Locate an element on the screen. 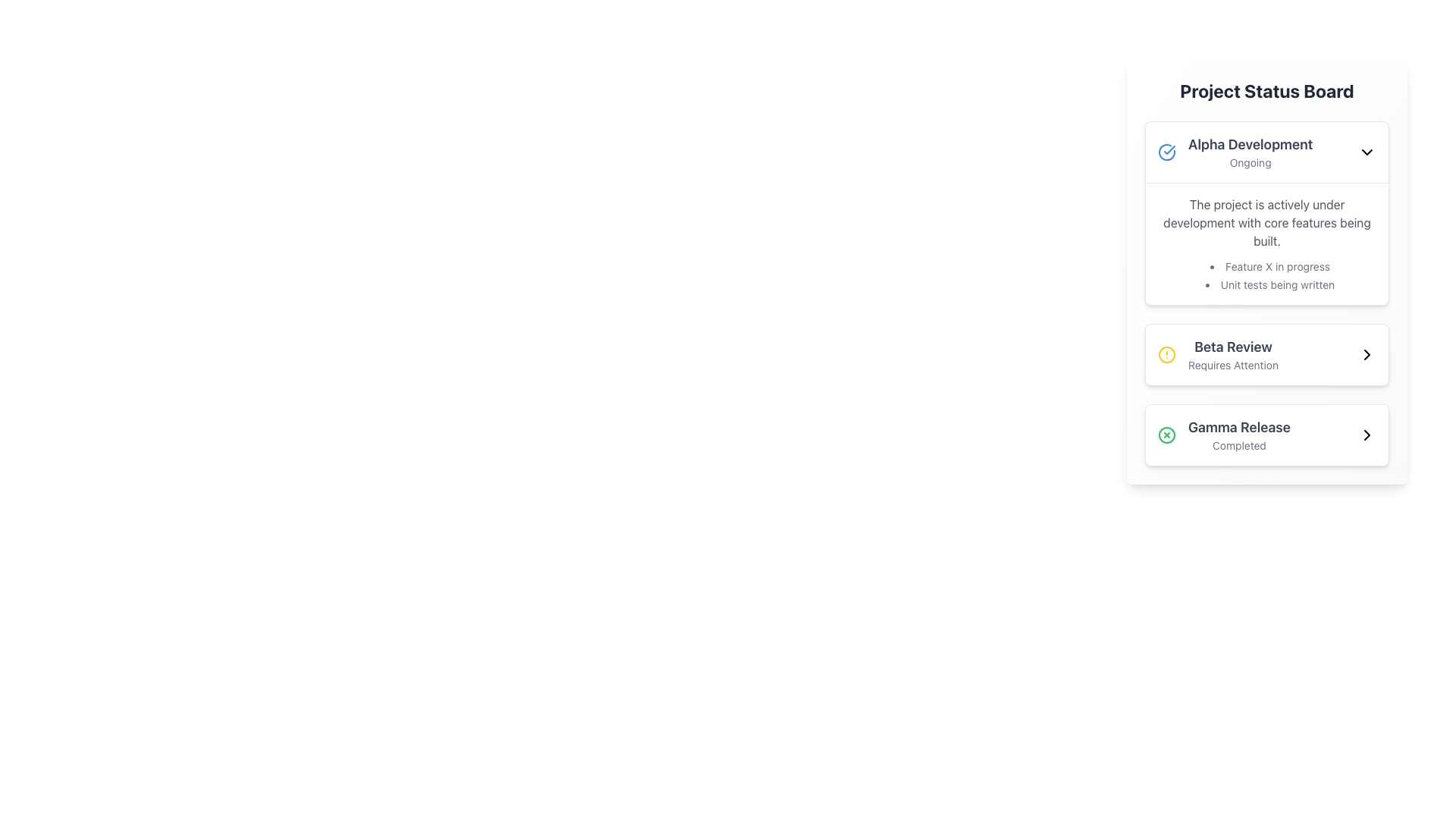  the 'Alpha Development' text label to interact with its associated functionality is located at coordinates (1250, 145).